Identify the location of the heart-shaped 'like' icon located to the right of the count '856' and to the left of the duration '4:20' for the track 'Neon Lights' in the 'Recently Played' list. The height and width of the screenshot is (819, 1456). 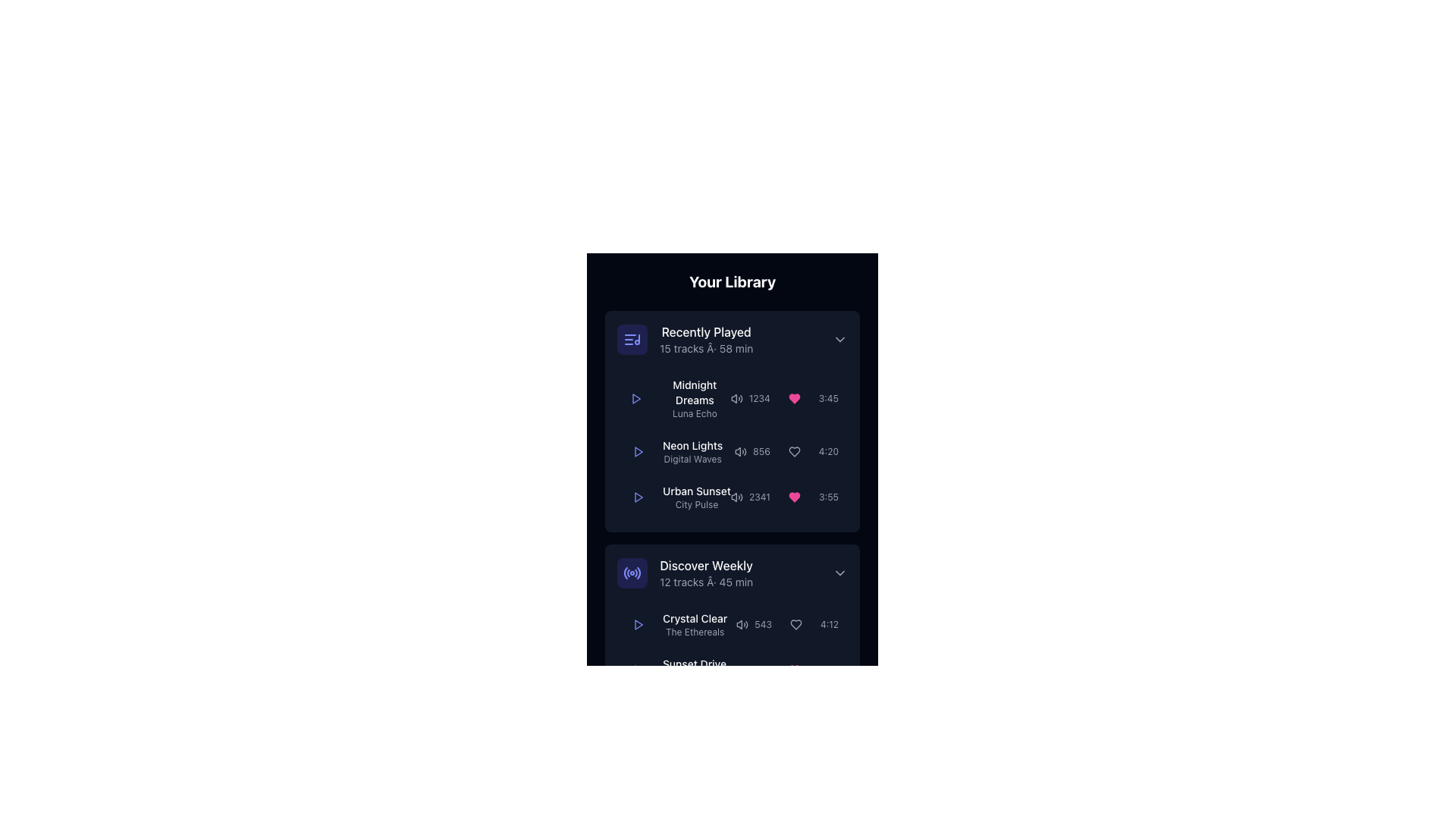
(793, 451).